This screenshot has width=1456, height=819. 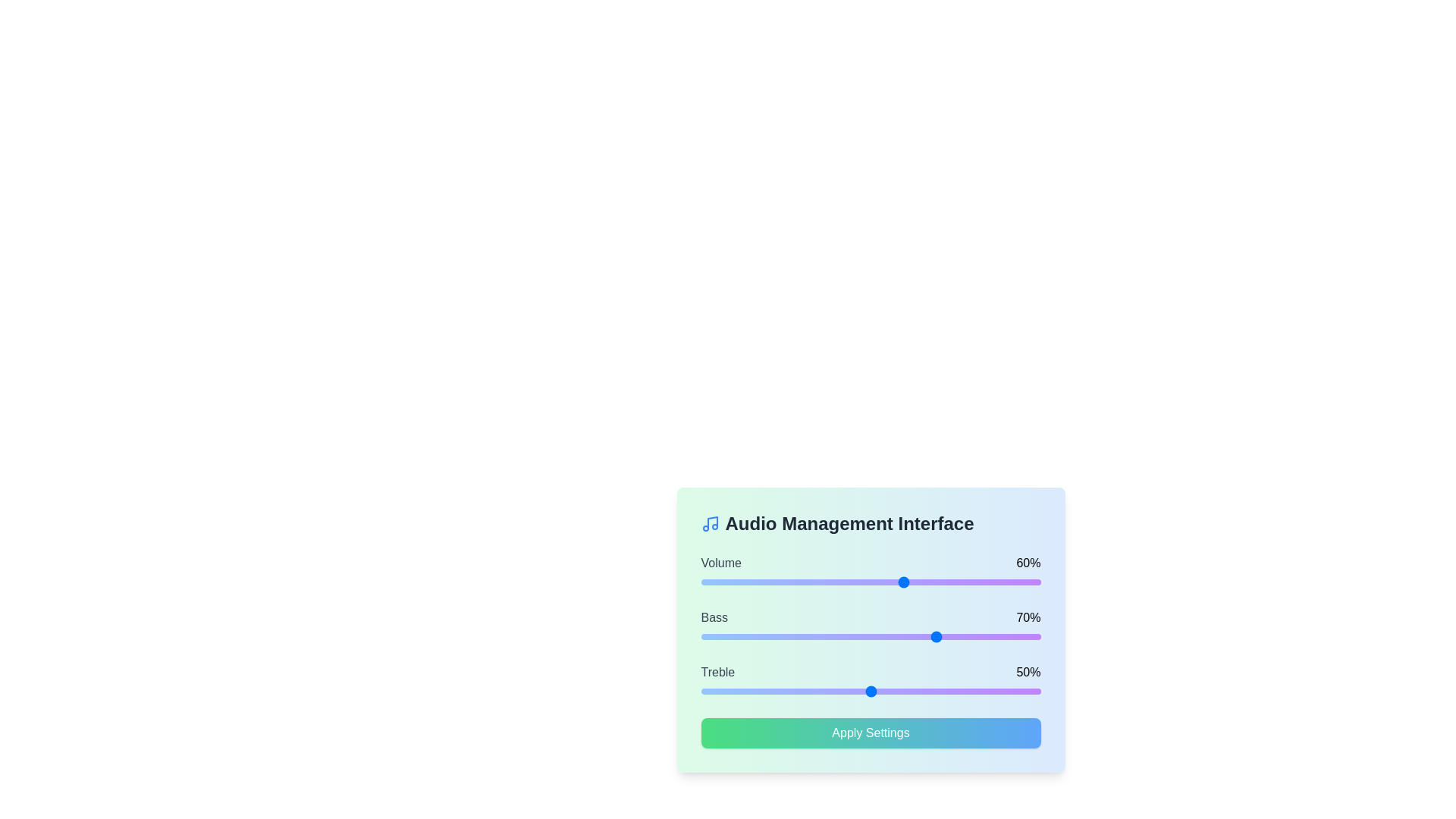 I want to click on the 'Volume' text label and value display showing '60%' in the audio management interface near the top, above the corresponding horizontal slider, so click(x=871, y=563).